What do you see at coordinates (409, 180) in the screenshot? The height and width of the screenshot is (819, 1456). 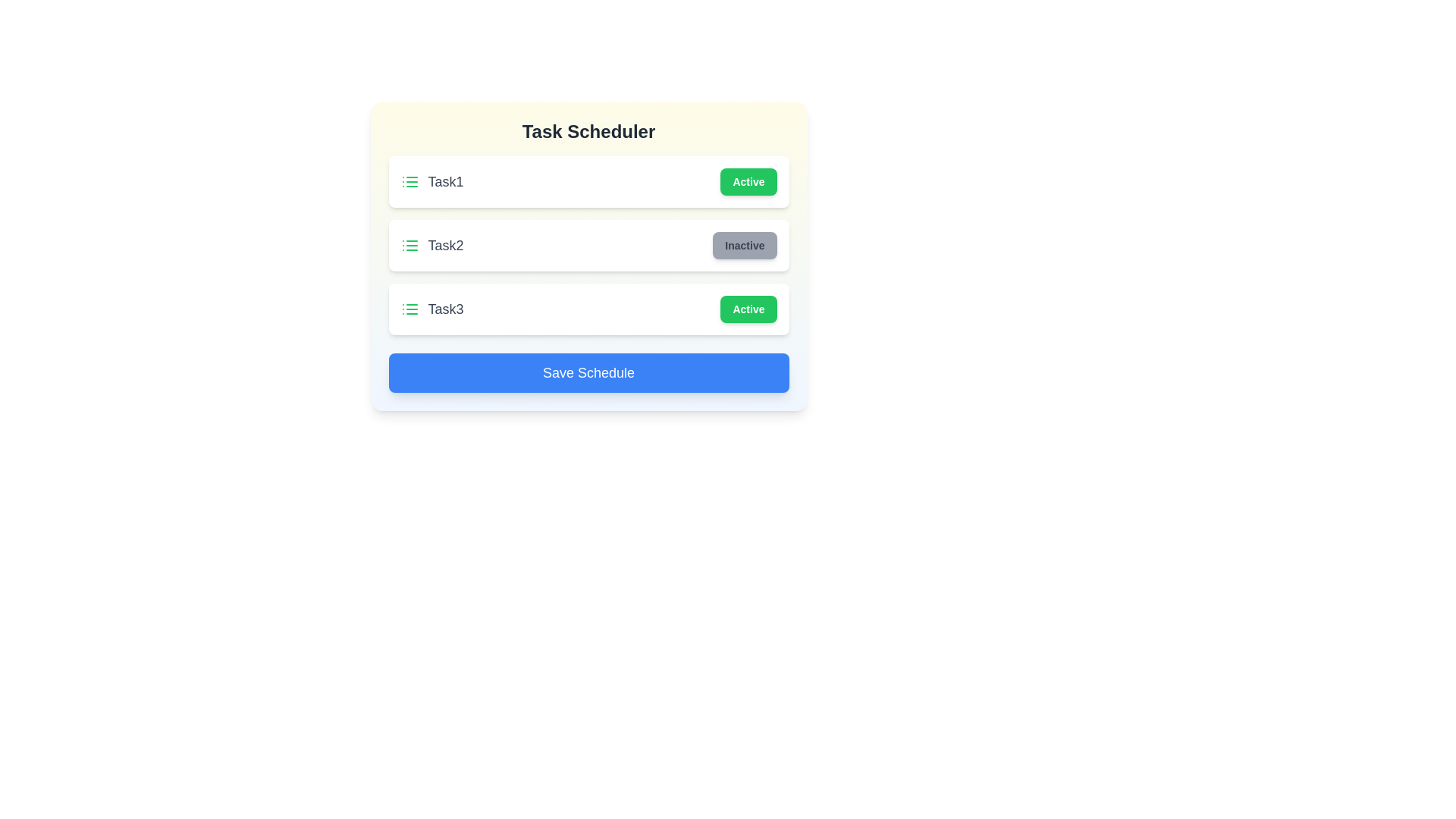 I see `the icon next to the task name Task1` at bounding box center [409, 180].